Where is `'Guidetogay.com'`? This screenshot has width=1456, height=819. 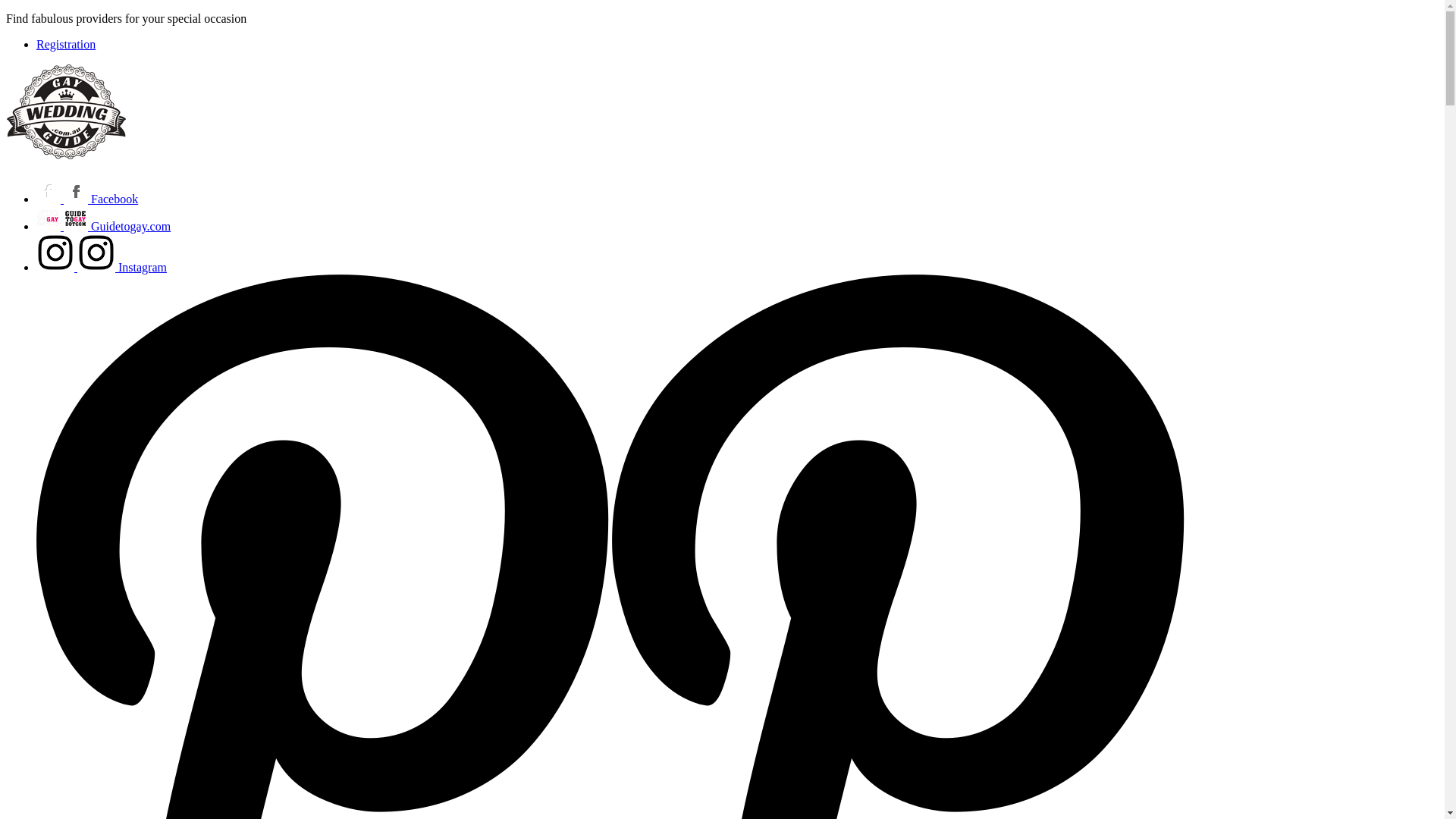 'Guidetogay.com' is located at coordinates (36, 226).